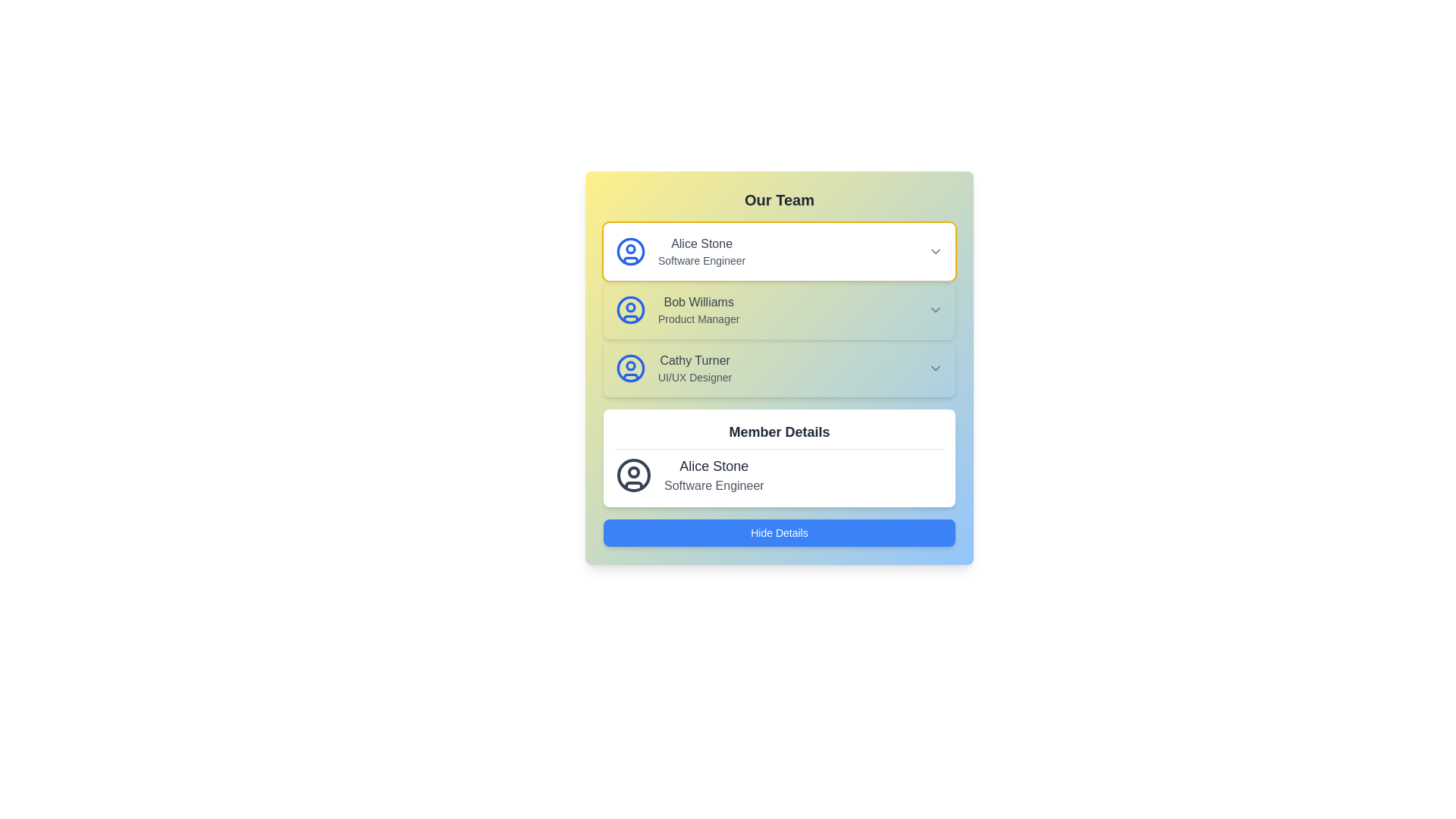 The height and width of the screenshot is (819, 1456). I want to click on the informational list row containing 'Bob Williams' and 'Product Manager', so click(676, 309).